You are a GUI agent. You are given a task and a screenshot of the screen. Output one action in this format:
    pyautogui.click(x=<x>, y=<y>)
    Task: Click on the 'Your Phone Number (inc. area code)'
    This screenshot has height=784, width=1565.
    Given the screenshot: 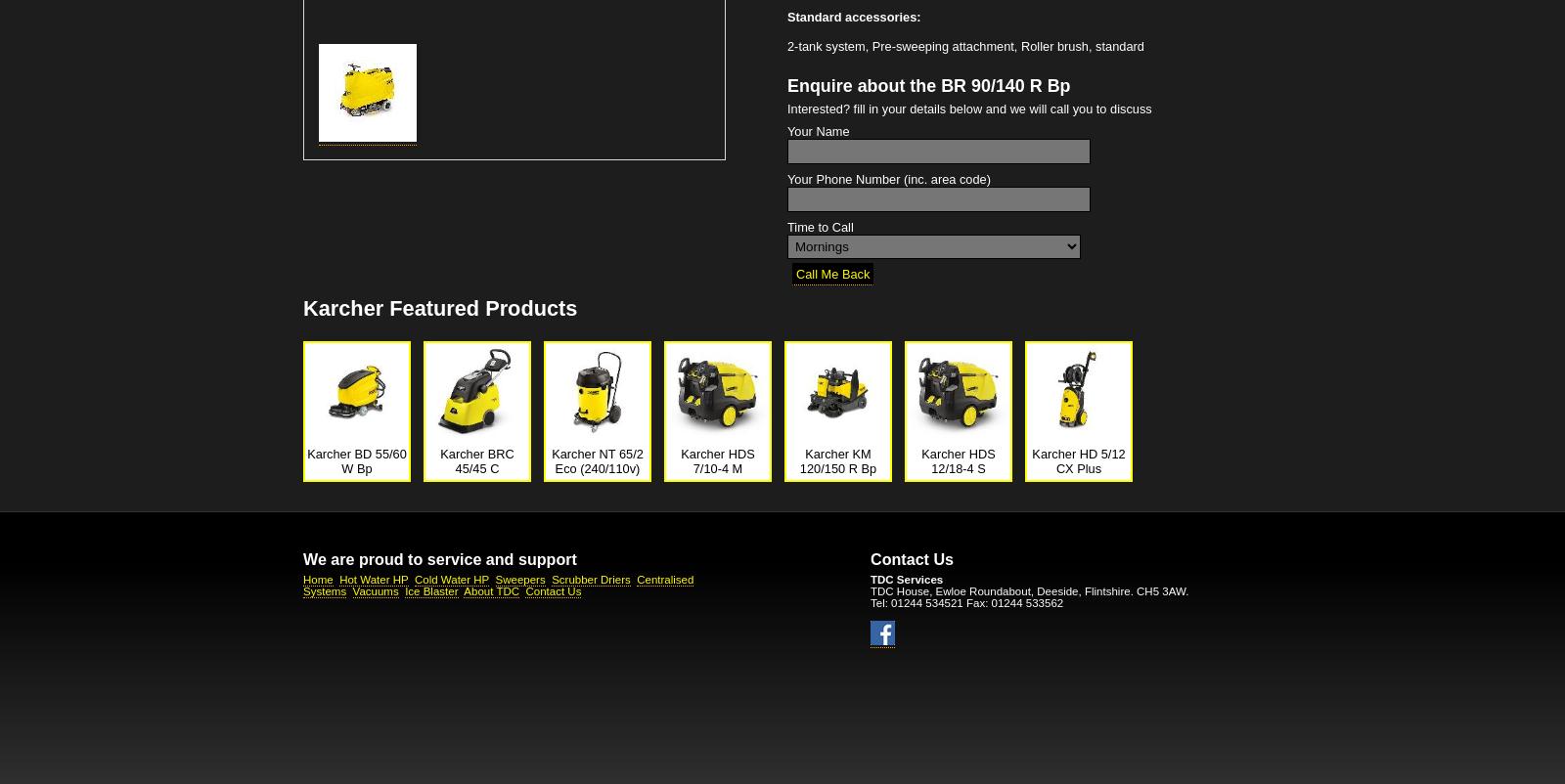 What is the action you would take?
    pyautogui.click(x=785, y=179)
    